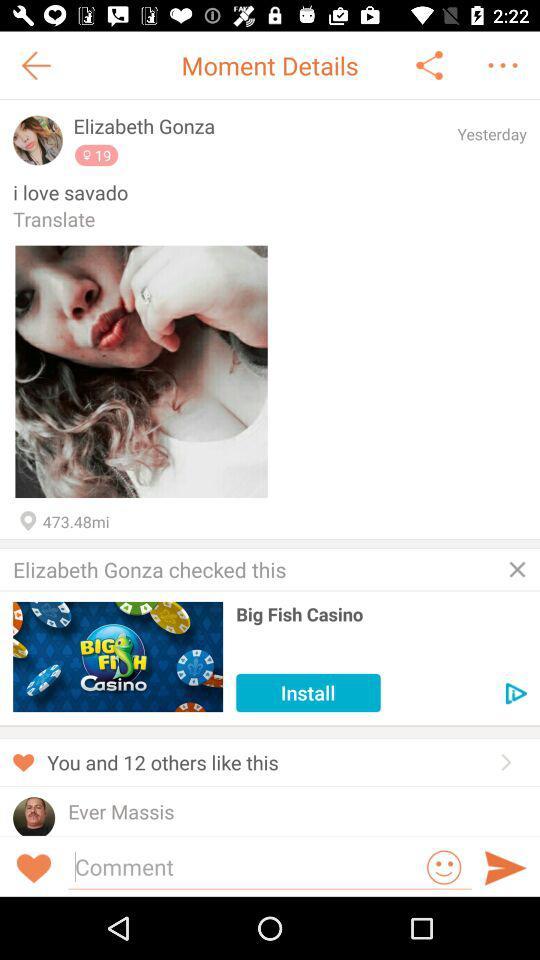 This screenshot has width=540, height=960. What do you see at coordinates (38, 139) in the screenshot?
I see `profile identification` at bounding box center [38, 139].